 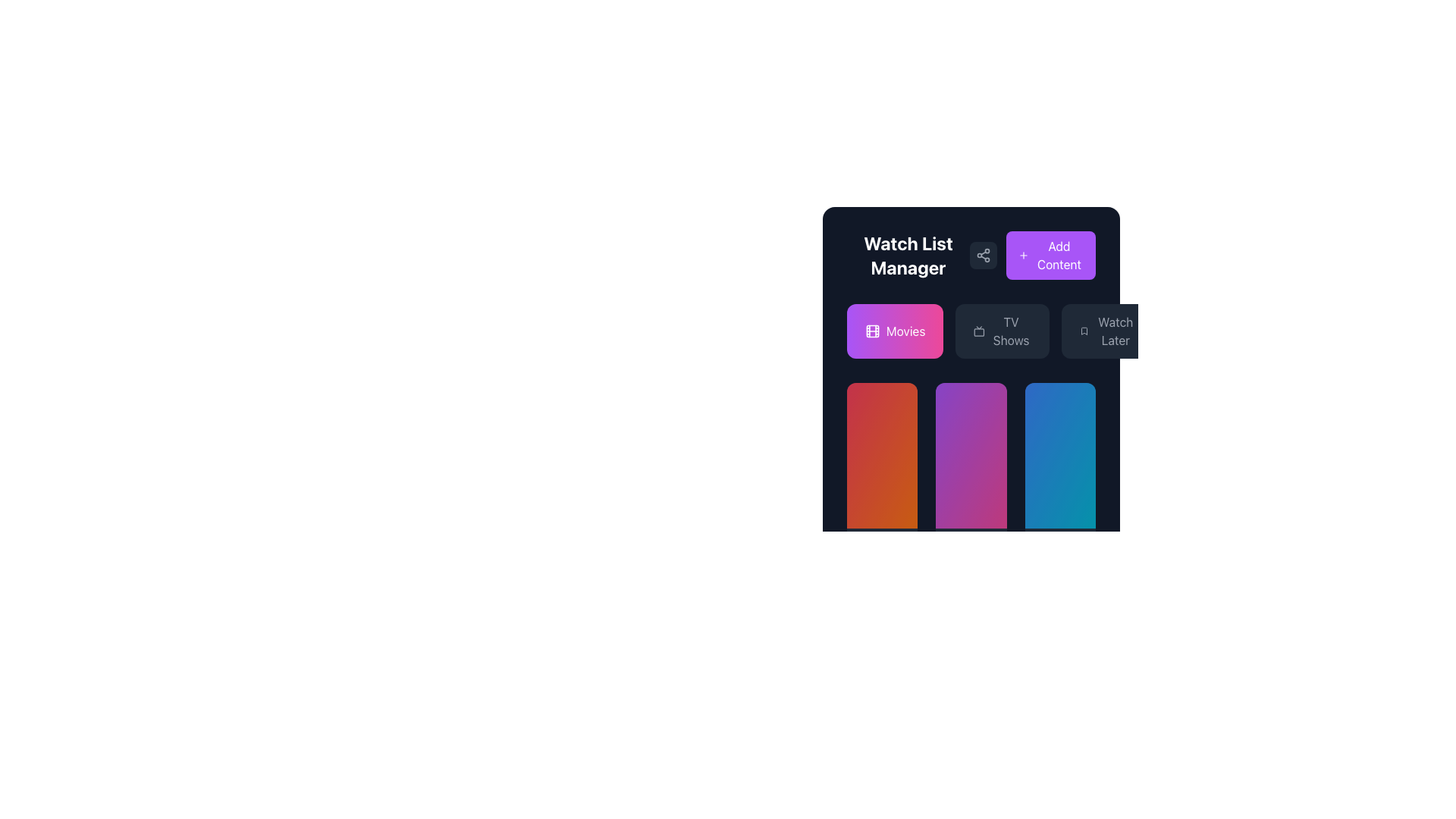 I want to click on the 'Watch Later' button, which is the third button in a horizontal group of options, featuring a dark gray background and a white text label with a bookmark icon, so click(x=1108, y=330).